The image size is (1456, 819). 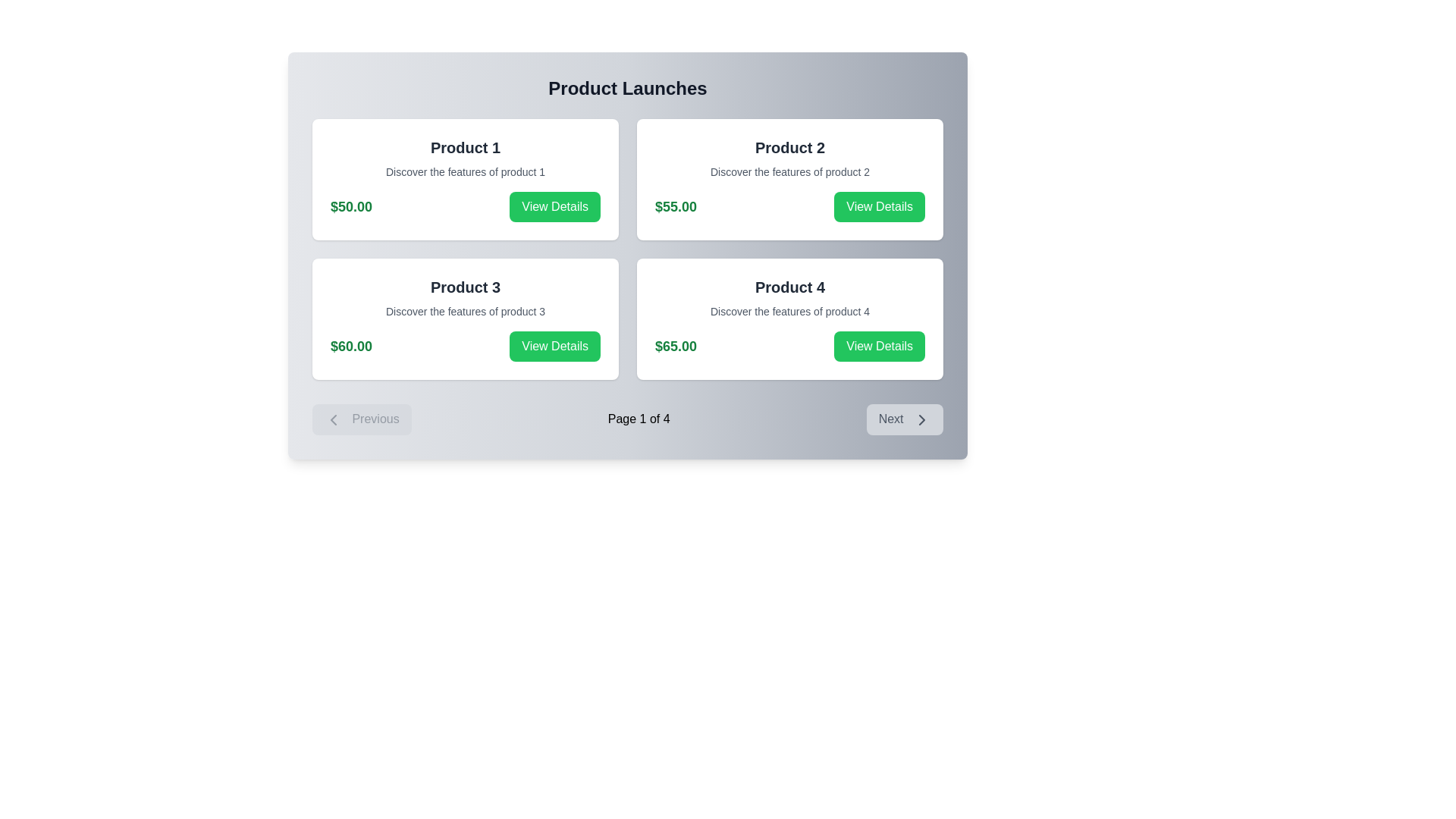 What do you see at coordinates (333, 419) in the screenshot?
I see `the navigation icon located in the bottom-left corner of the application interface` at bounding box center [333, 419].